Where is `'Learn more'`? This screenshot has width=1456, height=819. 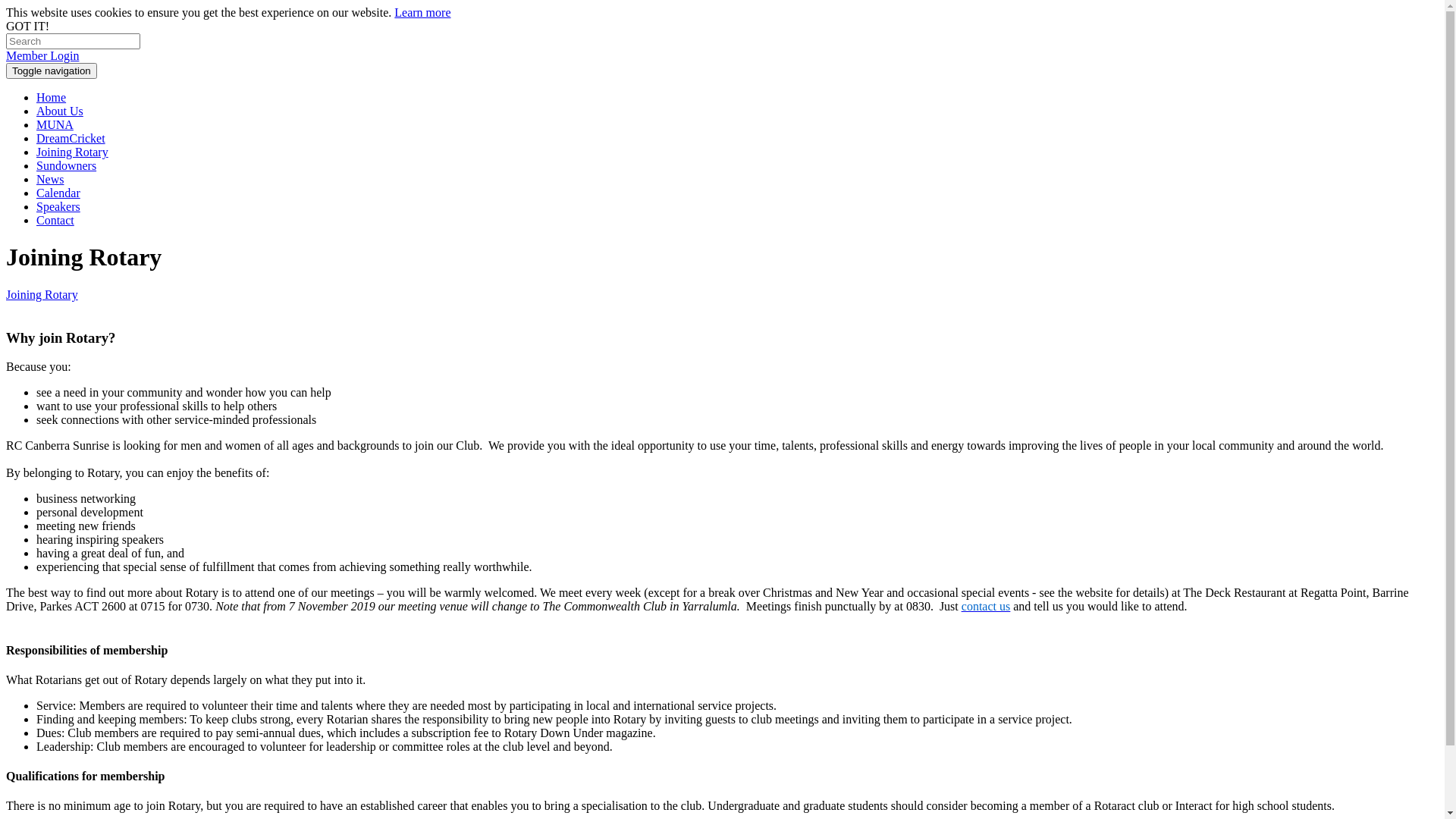
'Learn more' is located at coordinates (422, 12).